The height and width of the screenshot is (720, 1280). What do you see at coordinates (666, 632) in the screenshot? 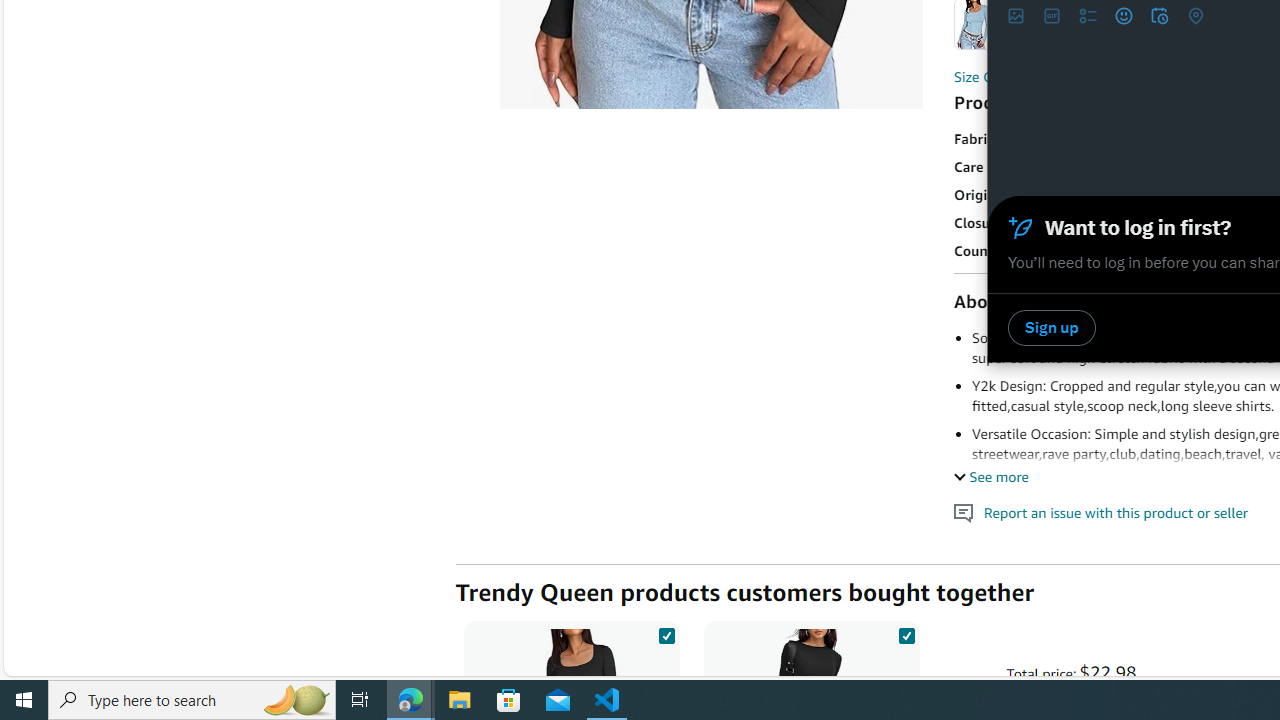
I see `'AutomationID: thematicBundleCheck-1'` at bounding box center [666, 632].